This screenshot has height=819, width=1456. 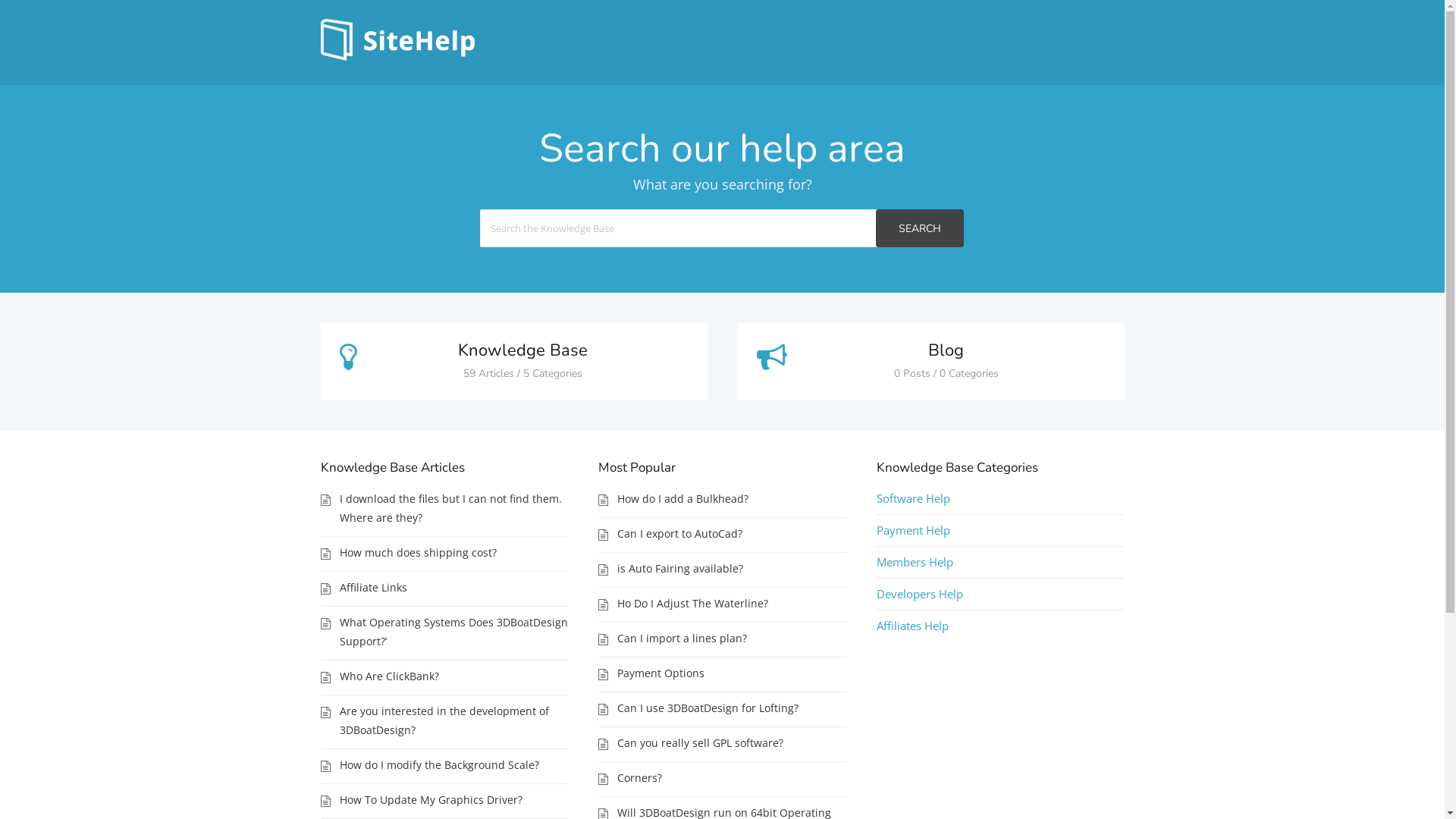 What do you see at coordinates (453, 719) in the screenshot?
I see `'Are you interested in the development of 3DBoatDesign?'` at bounding box center [453, 719].